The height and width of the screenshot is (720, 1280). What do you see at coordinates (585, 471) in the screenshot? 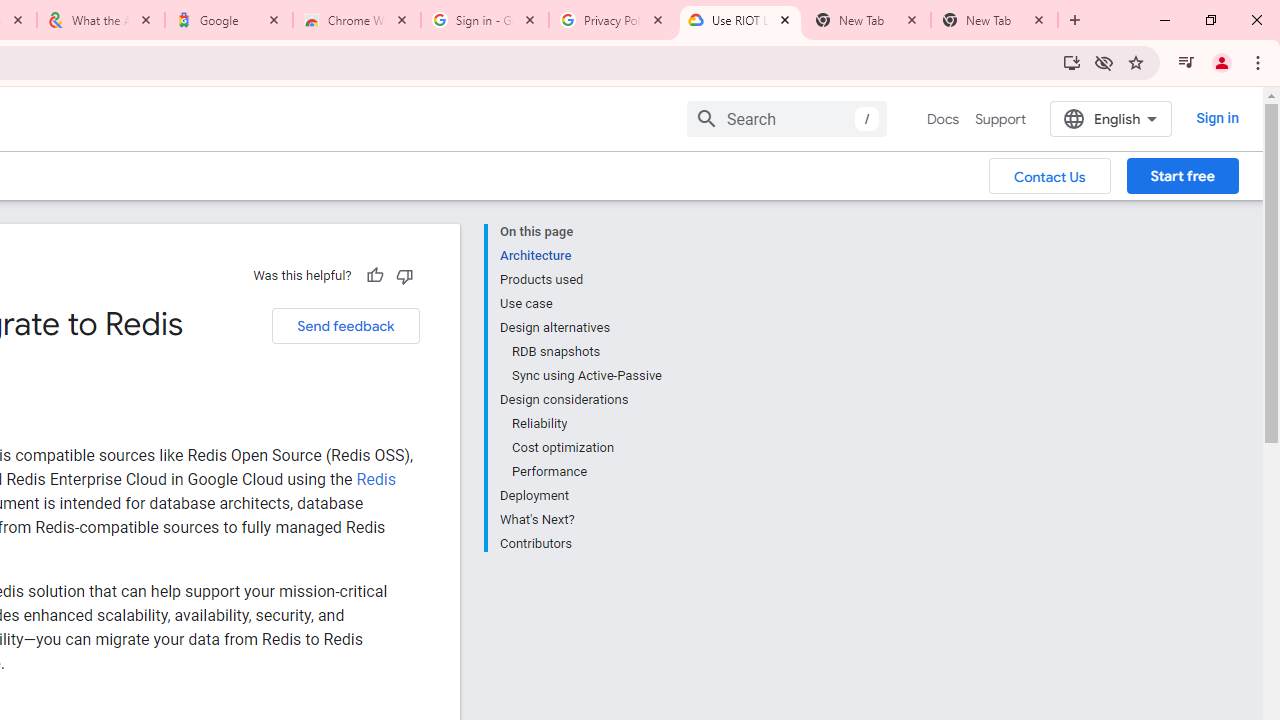
I see `'Performance'` at bounding box center [585, 471].